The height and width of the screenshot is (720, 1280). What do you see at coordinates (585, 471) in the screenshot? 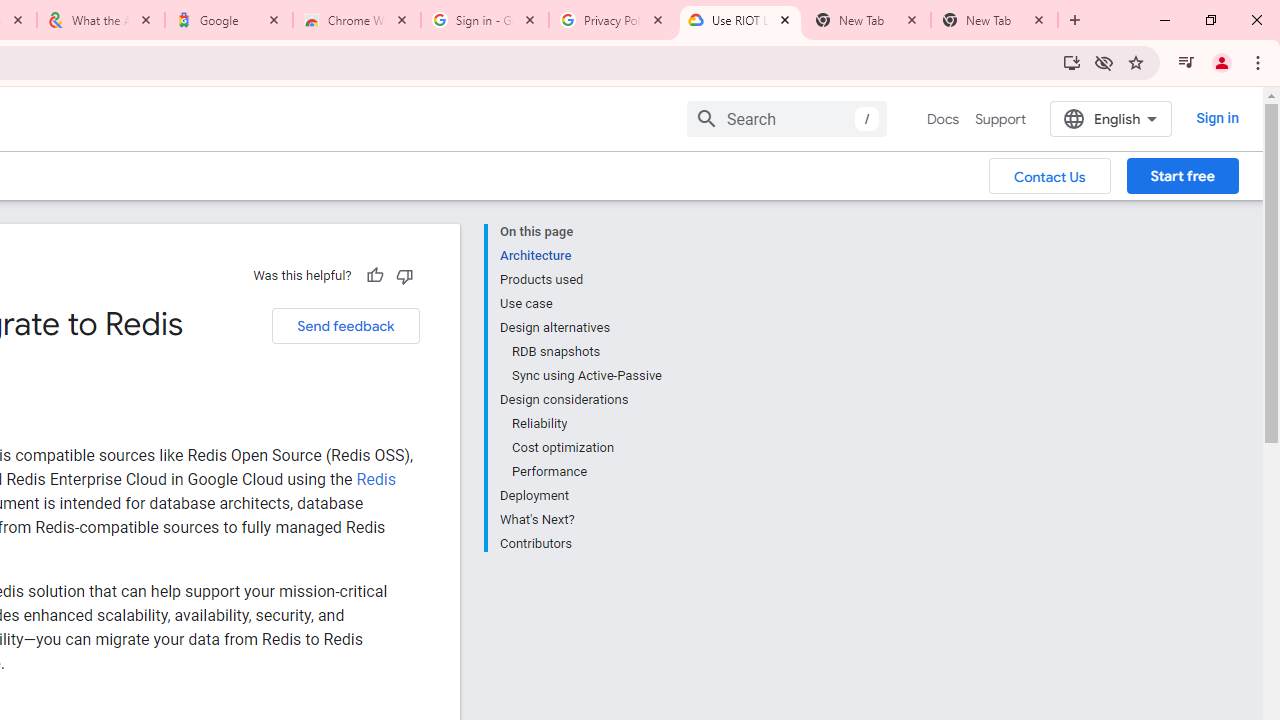
I see `'Performance'` at bounding box center [585, 471].